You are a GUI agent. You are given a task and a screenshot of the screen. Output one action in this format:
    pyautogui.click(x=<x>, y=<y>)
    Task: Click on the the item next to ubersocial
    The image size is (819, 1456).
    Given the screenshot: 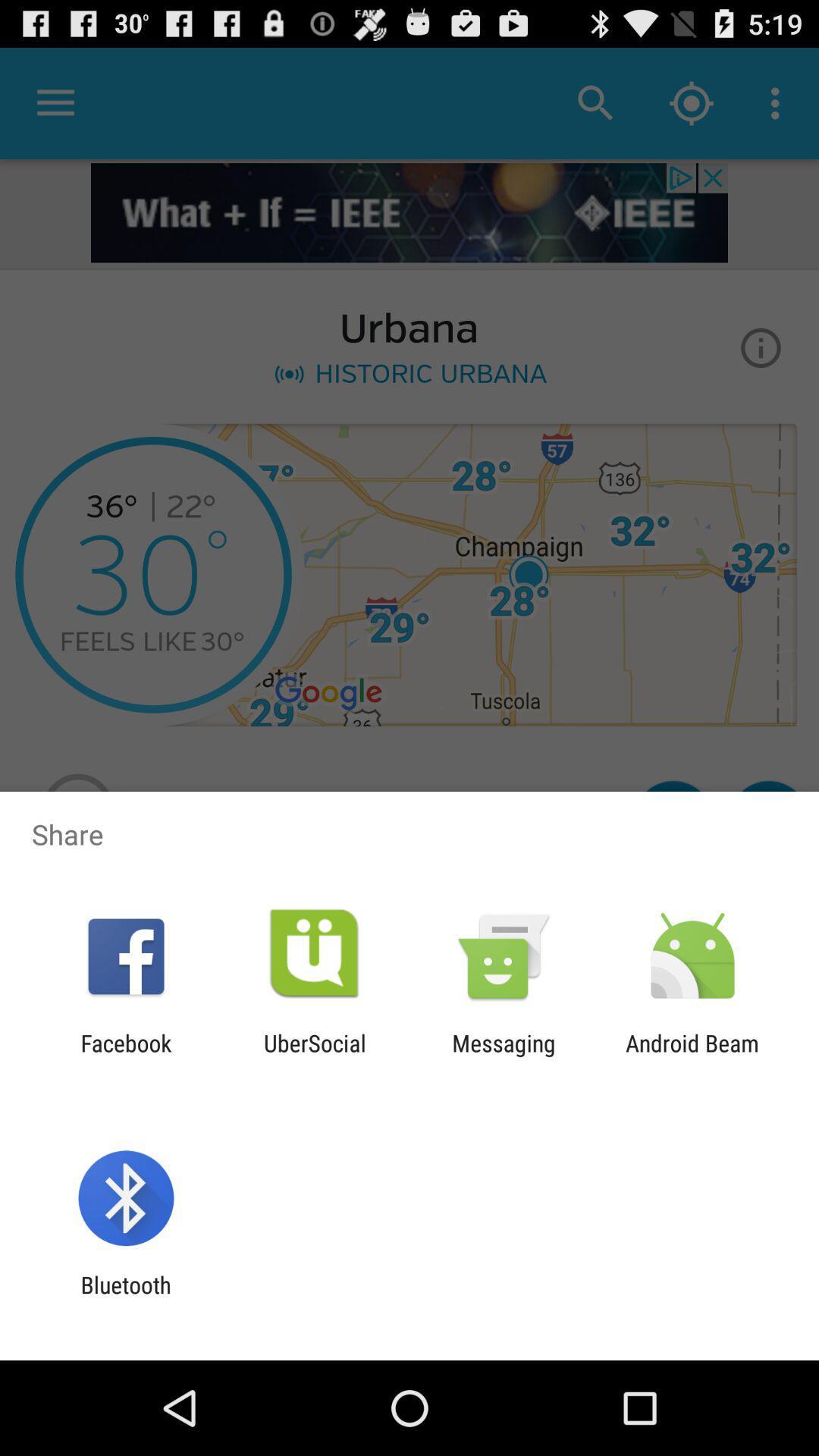 What is the action you would take?
    pyautogui.click(x=125, y=1056)
    